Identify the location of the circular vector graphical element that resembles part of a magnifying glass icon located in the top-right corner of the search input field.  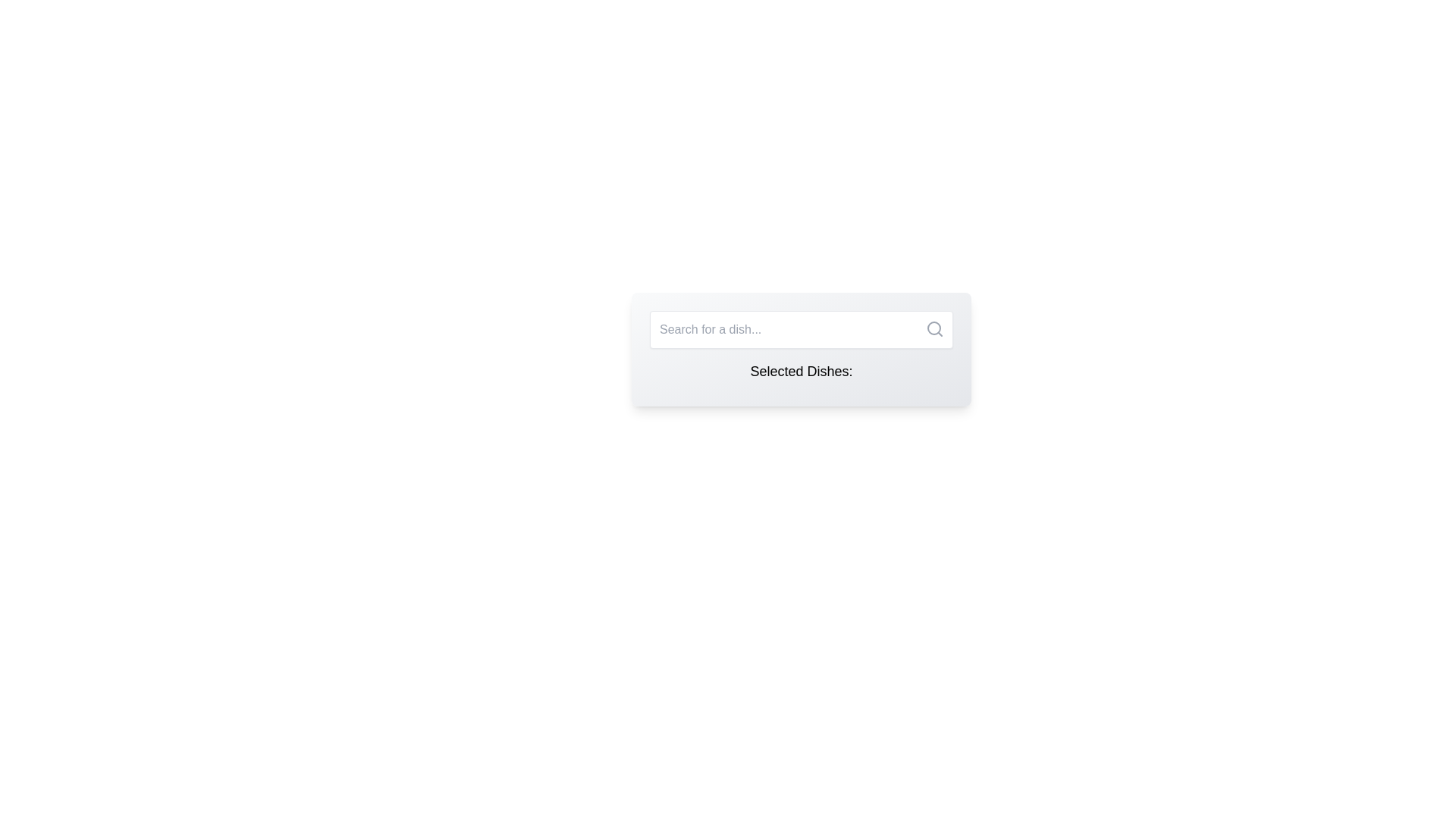
(934, 327).